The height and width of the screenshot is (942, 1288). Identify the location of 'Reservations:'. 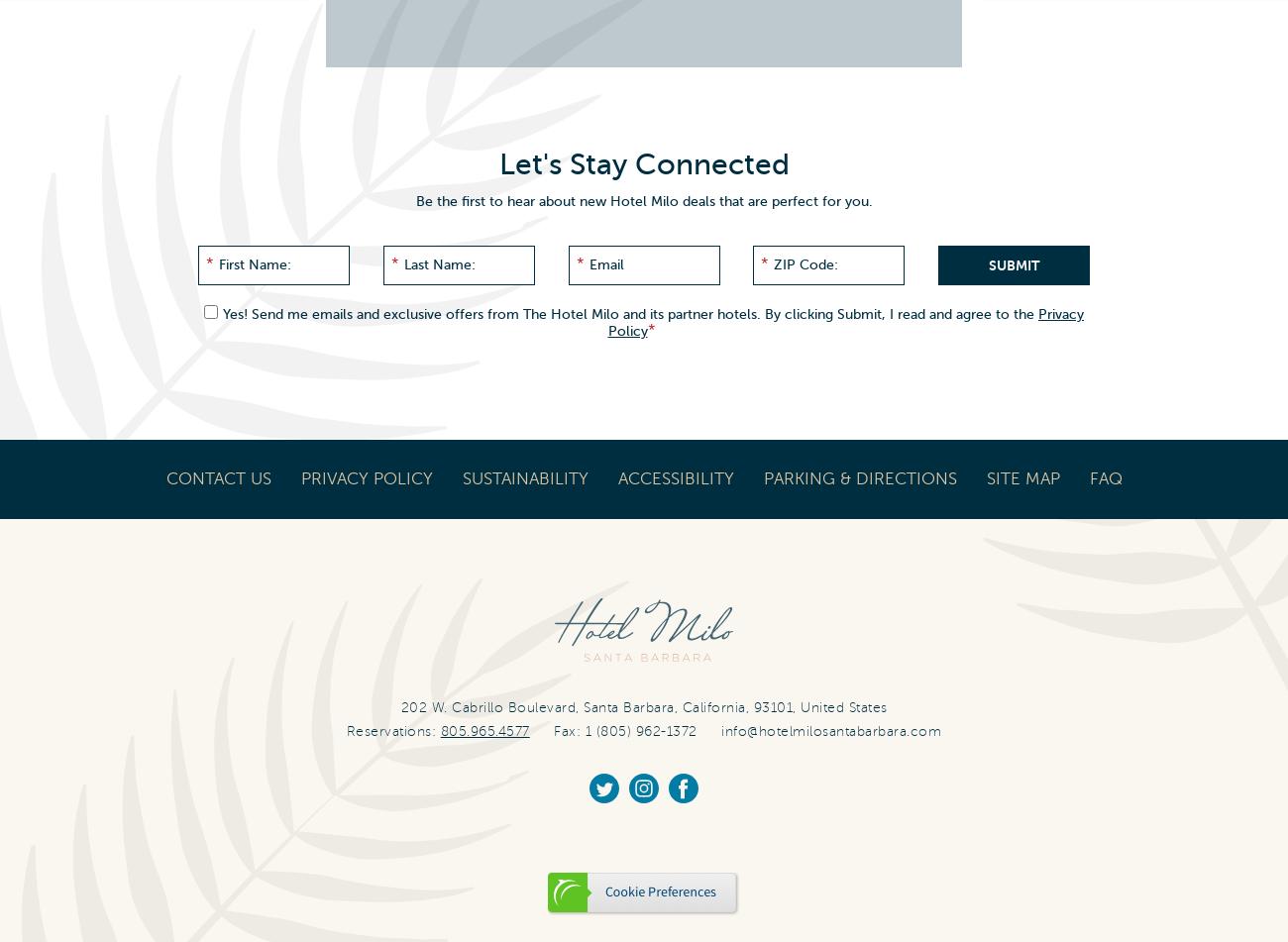
(390, 729).